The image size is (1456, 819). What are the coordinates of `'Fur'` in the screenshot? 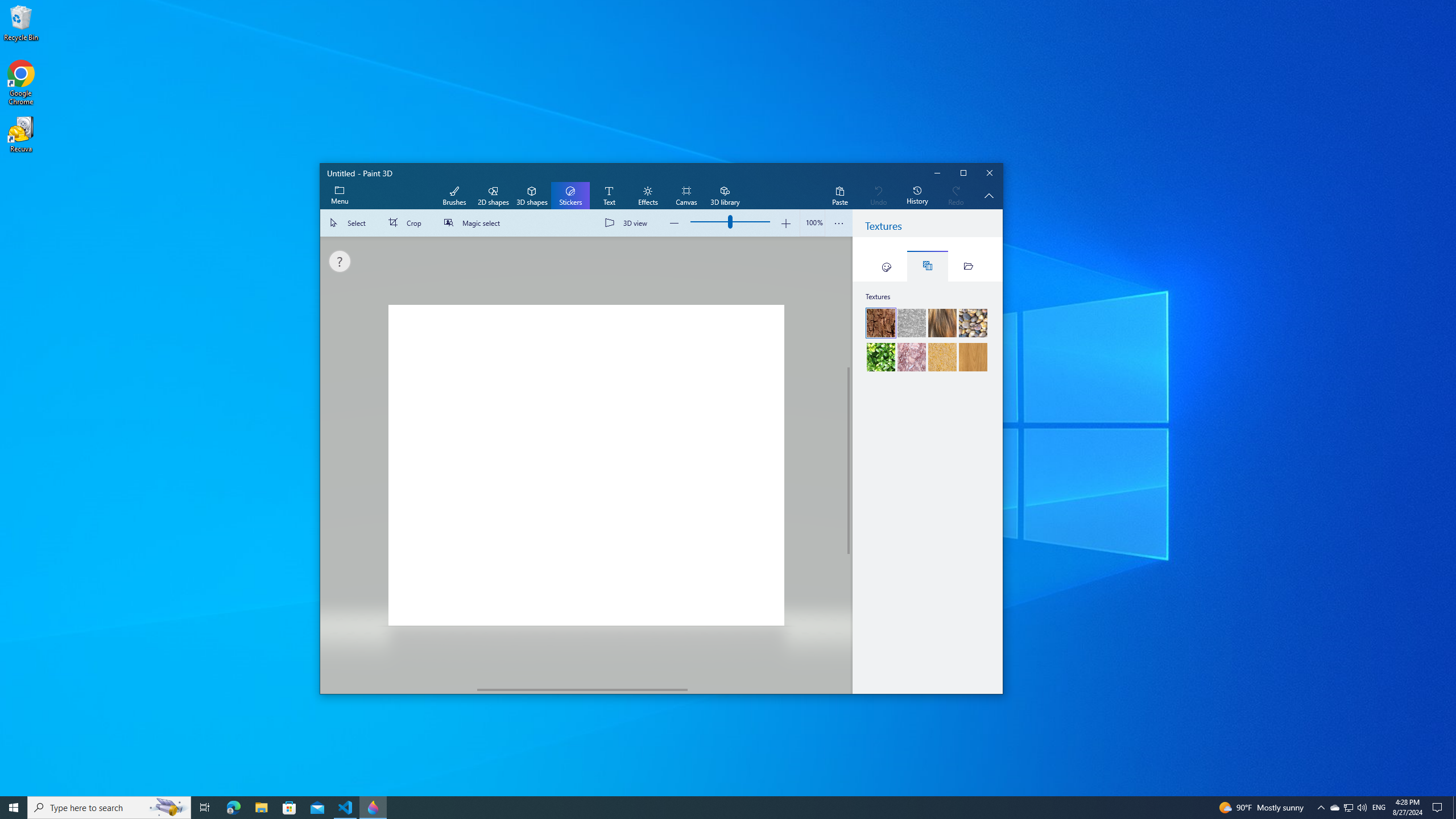 It's located at (942, 322).